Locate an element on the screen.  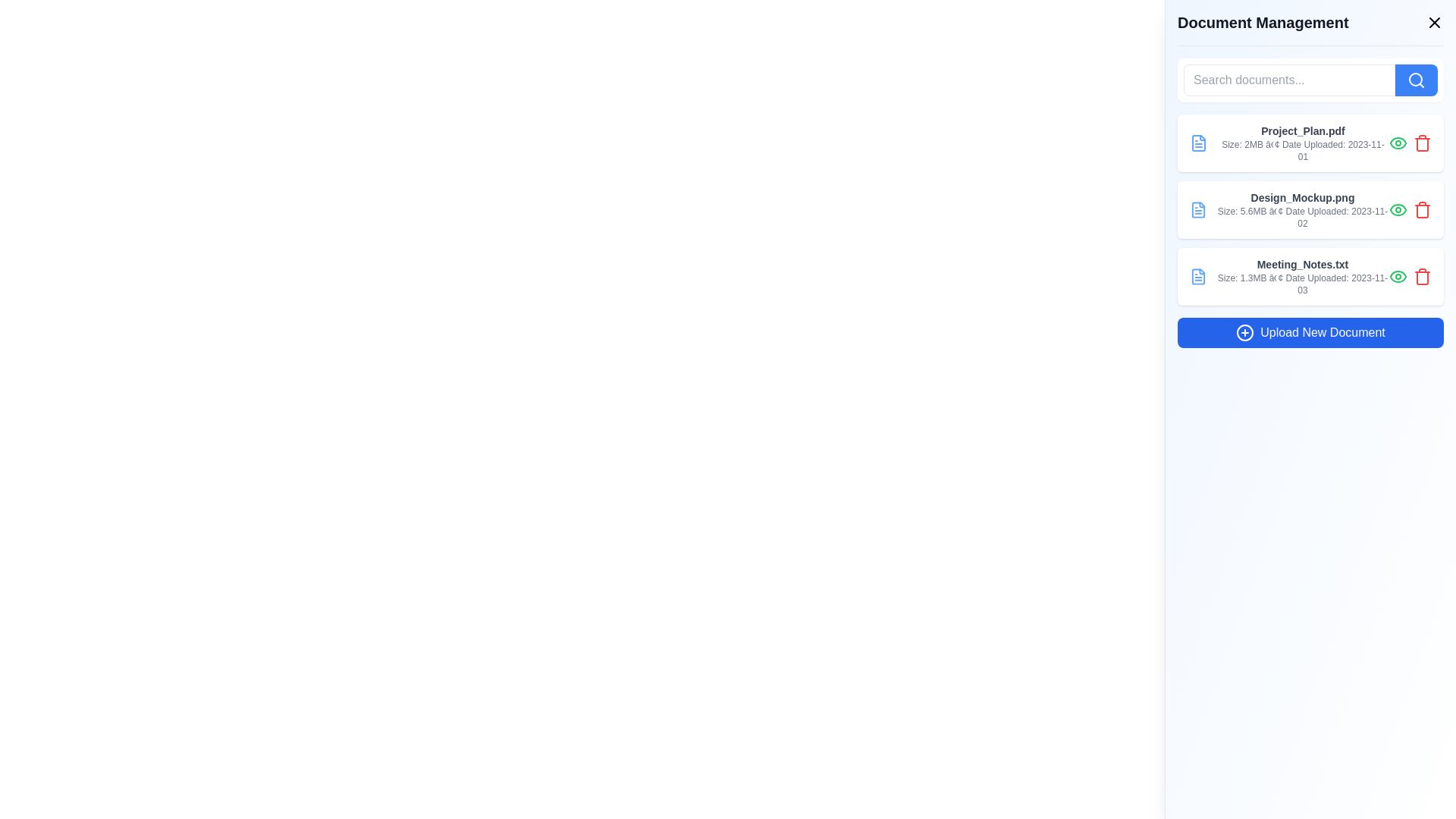
the Text Label that provides additional information about the file 'Project_Plan.pdf', located in the 'Document Management' panel, specifically the second line of text under the file name is located at coordinates (1302, 151).